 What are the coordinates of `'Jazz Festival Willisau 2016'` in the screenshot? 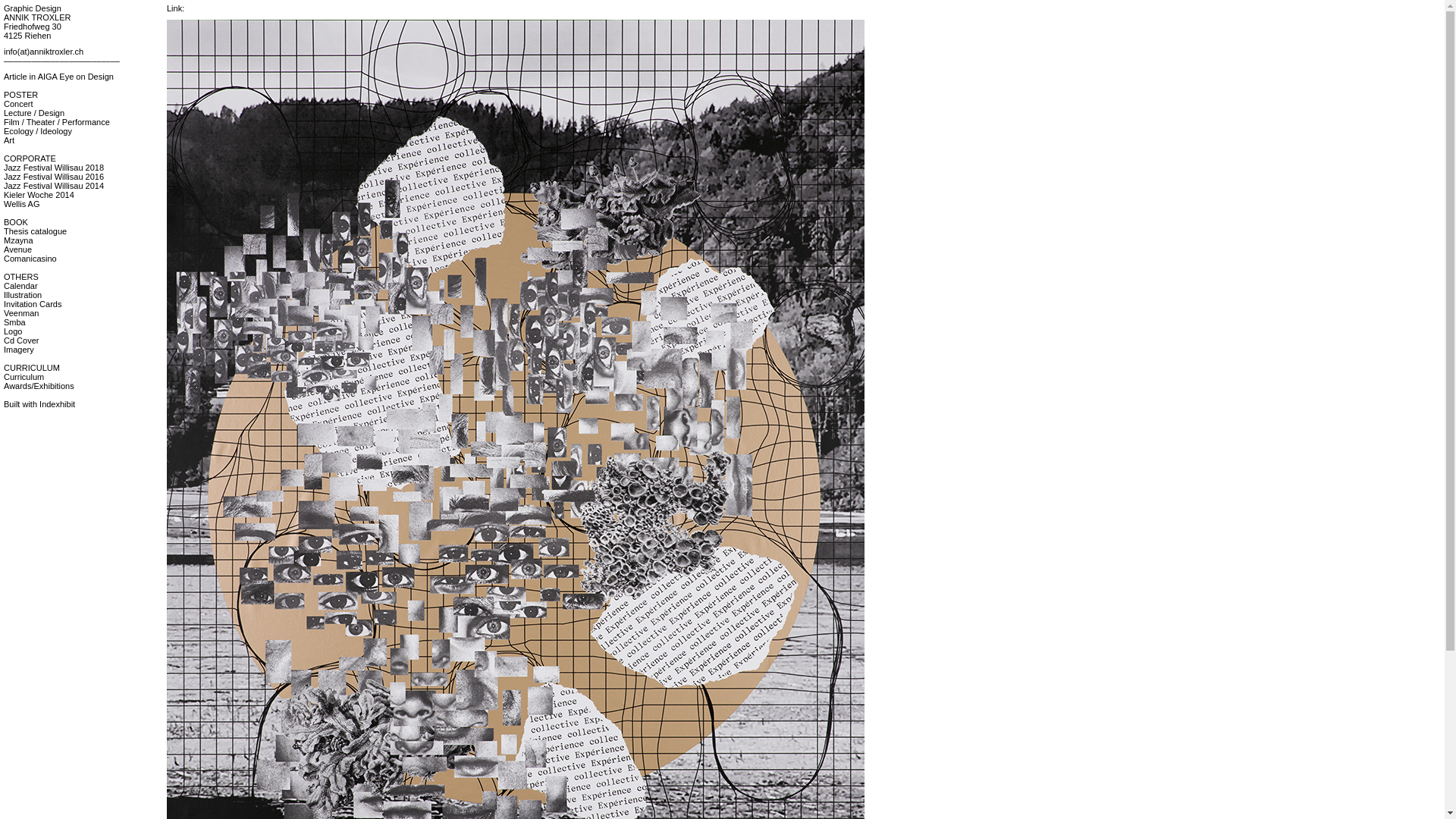 It's located at (3, 175).